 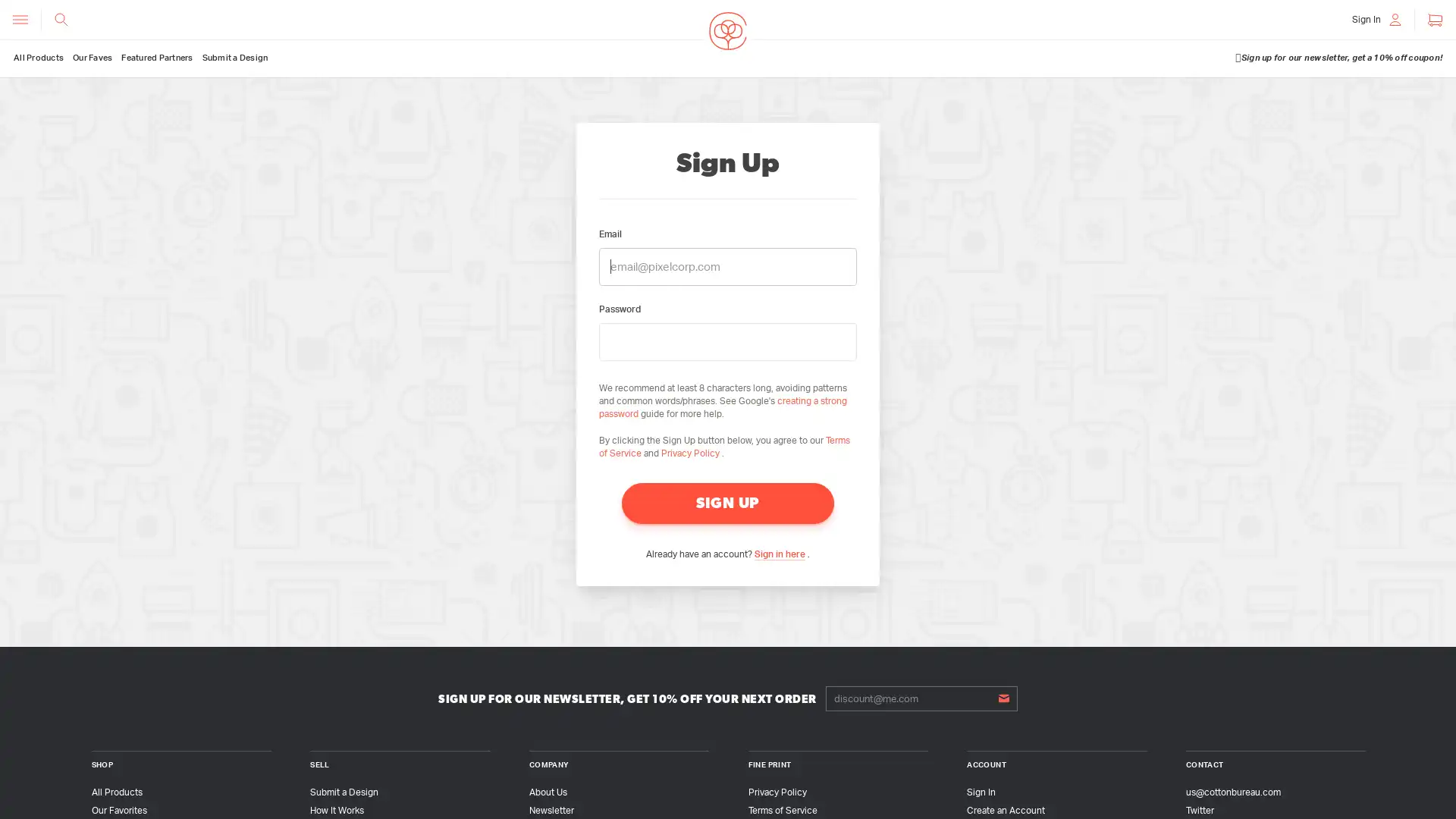 What do you see at coordinates (728, 503) in the screenshot?
I see `SIGN UP` at bounding box center [728, 503].